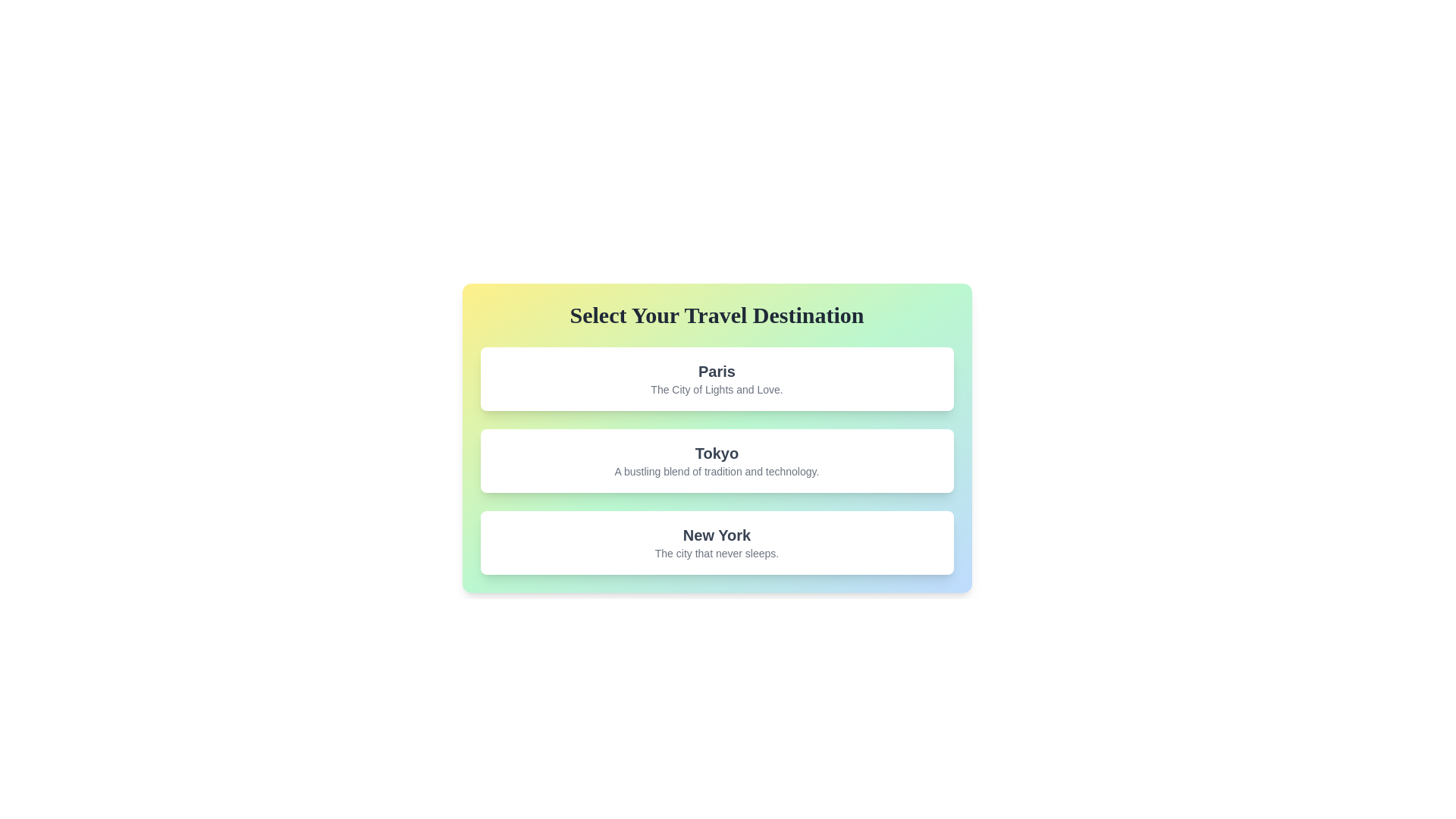 The height and width of the screenshot is (819, 1456). What do you see at coordinates (716, 470) in the screenshot?
I see `the static text element that contains the phrase 'A bustling blend of tradition and technology.' positioned below the title 'Tokyo' in the card layout` at bounding box center [716, 470].